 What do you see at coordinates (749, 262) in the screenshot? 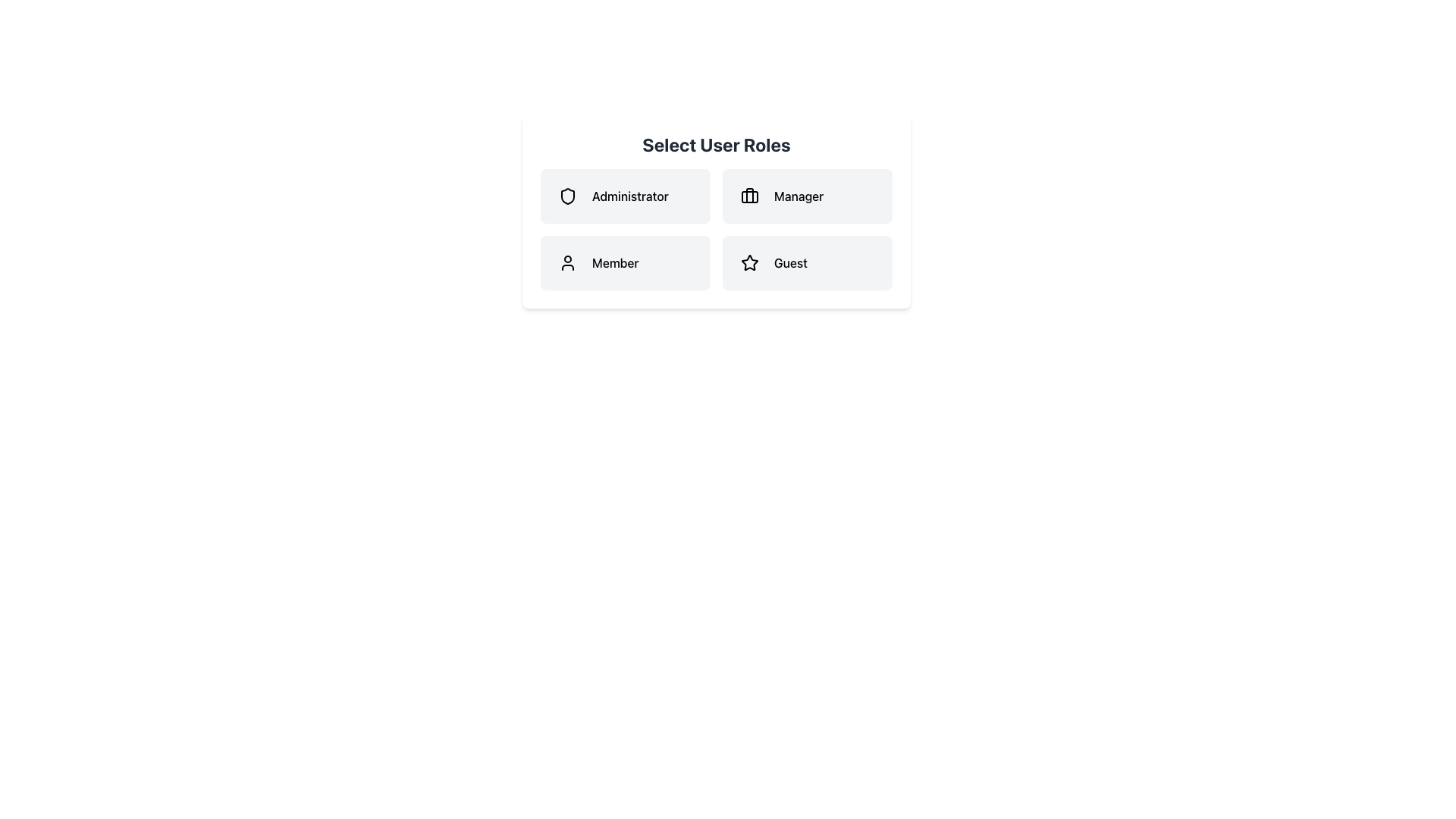
I see `the star icon representing the 'Guest' user role, located at the bottom-right of the 'Select User Roles' grid` at bounding box center [749, 262].